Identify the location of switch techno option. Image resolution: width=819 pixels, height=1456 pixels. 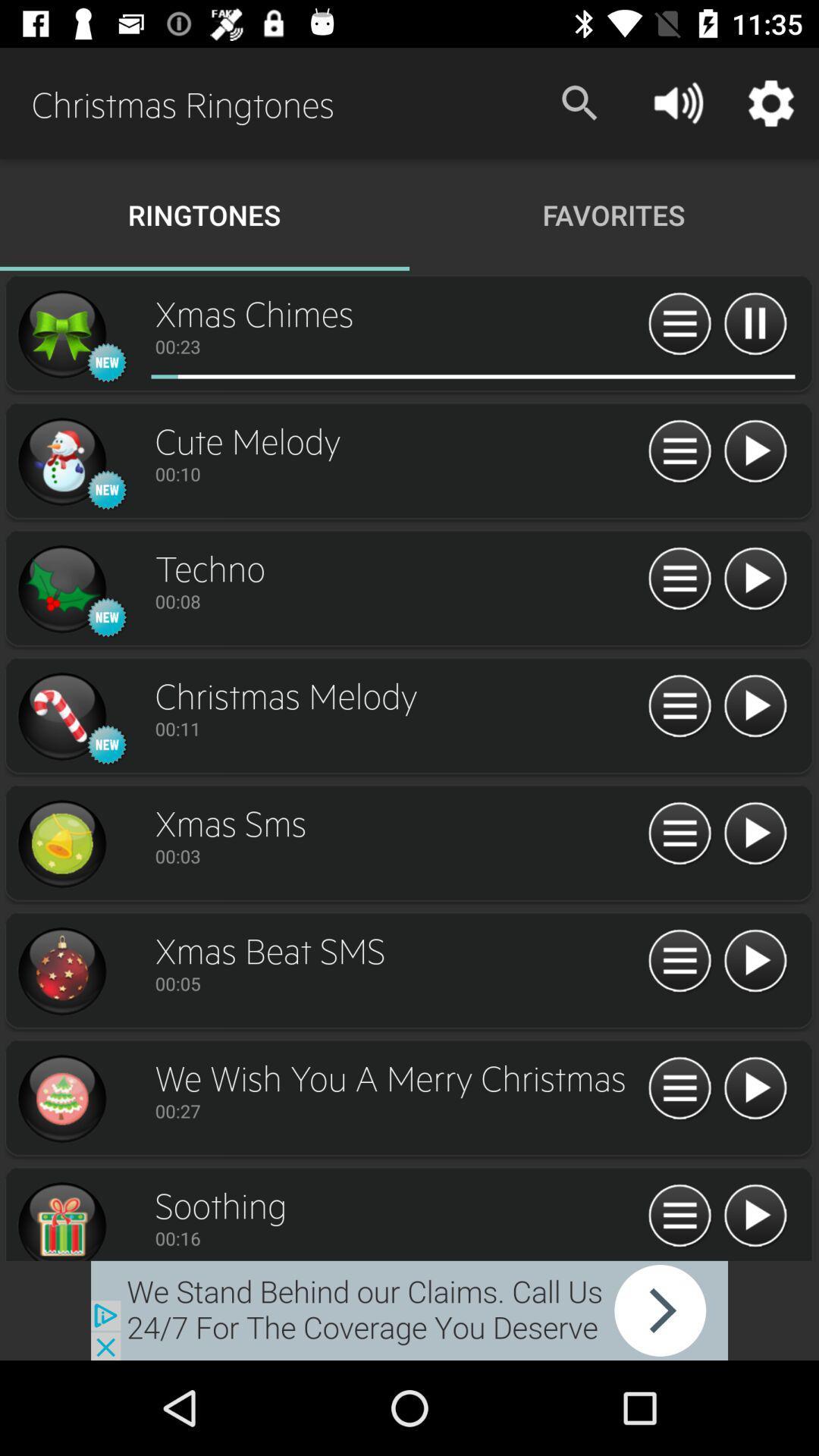
(61, 588).